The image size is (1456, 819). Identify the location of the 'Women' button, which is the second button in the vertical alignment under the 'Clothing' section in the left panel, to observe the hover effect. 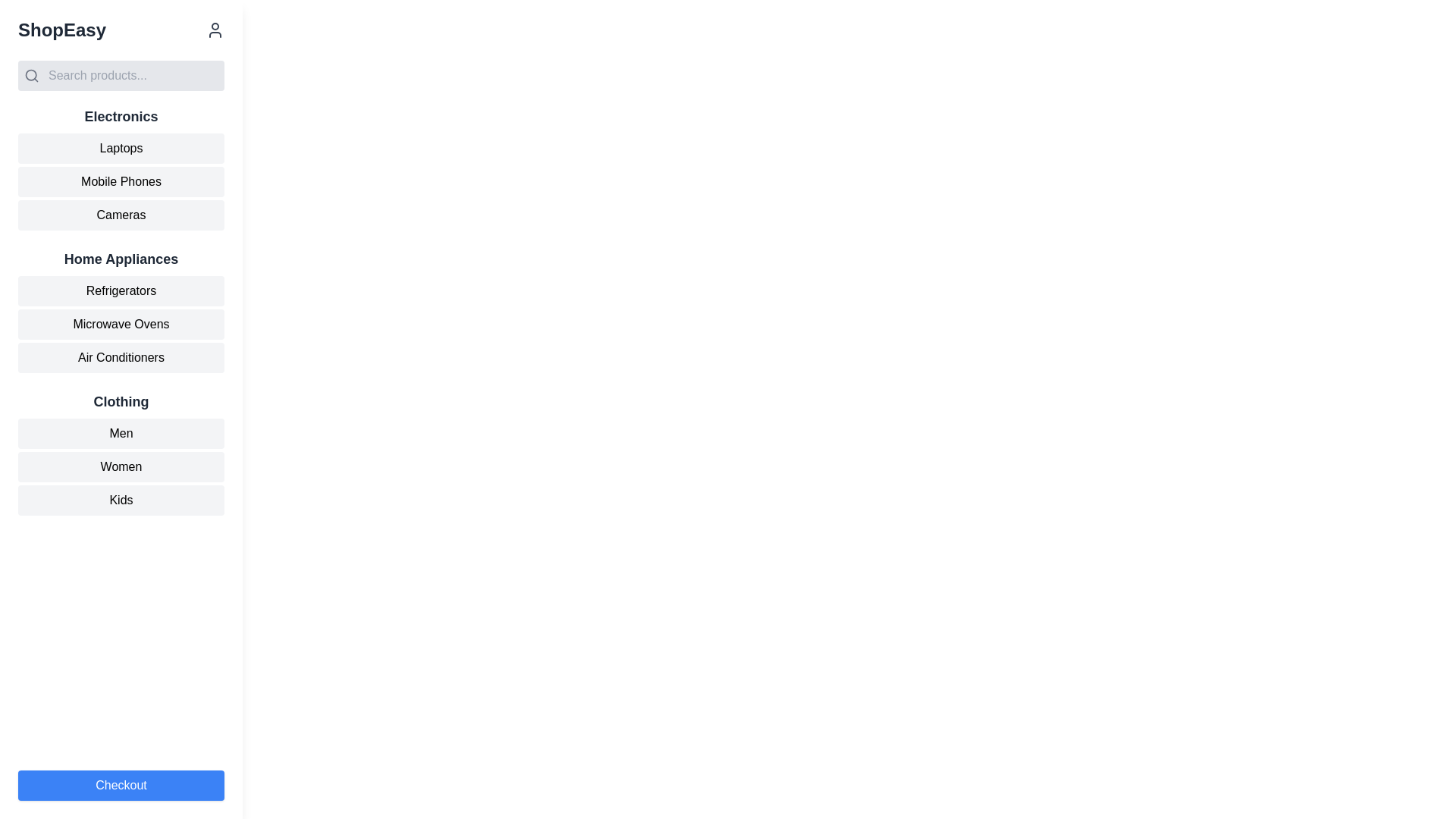
(120, 466).